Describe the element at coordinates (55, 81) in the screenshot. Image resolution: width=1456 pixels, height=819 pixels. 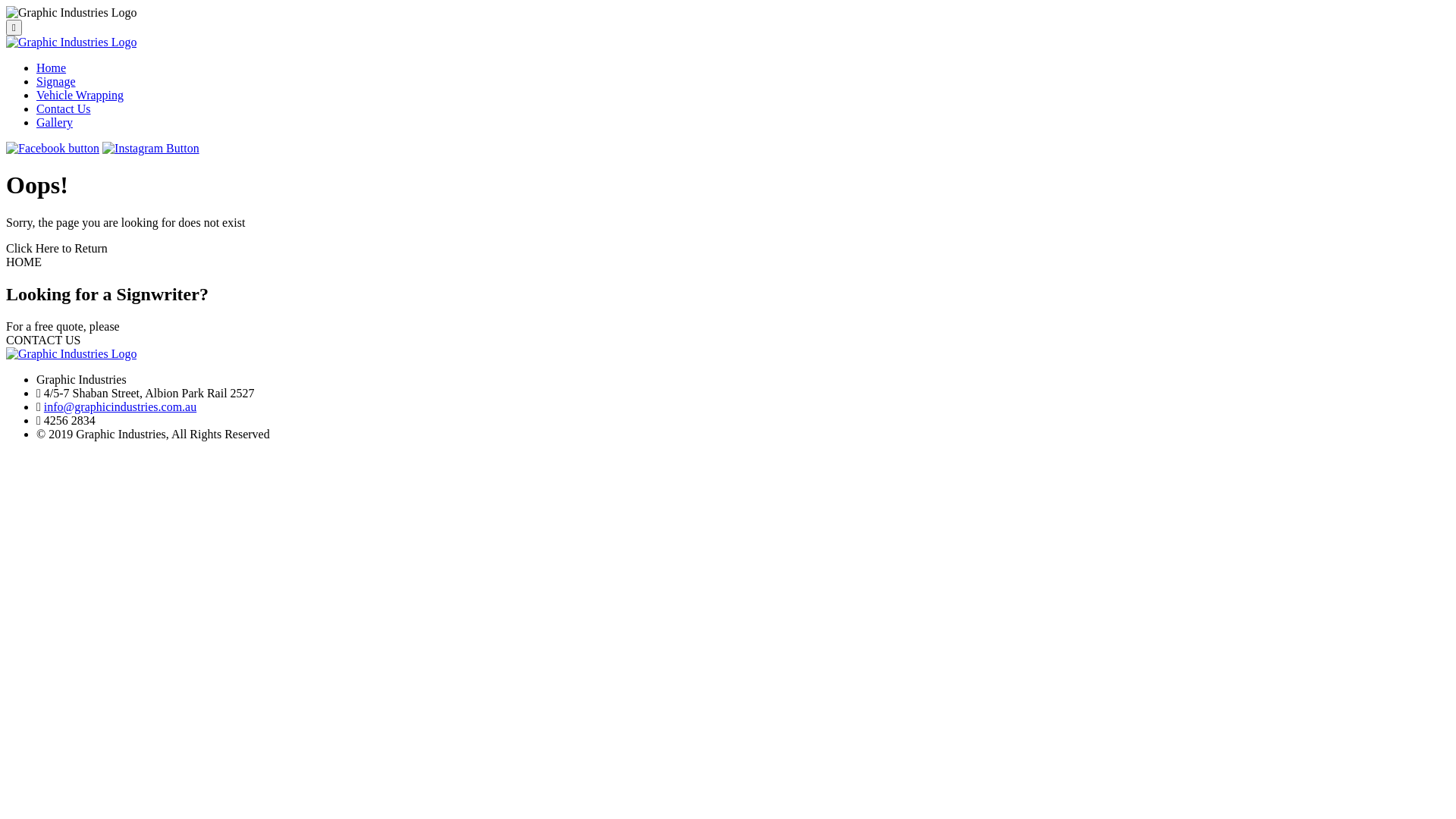
I see `'Signage'` at that location.